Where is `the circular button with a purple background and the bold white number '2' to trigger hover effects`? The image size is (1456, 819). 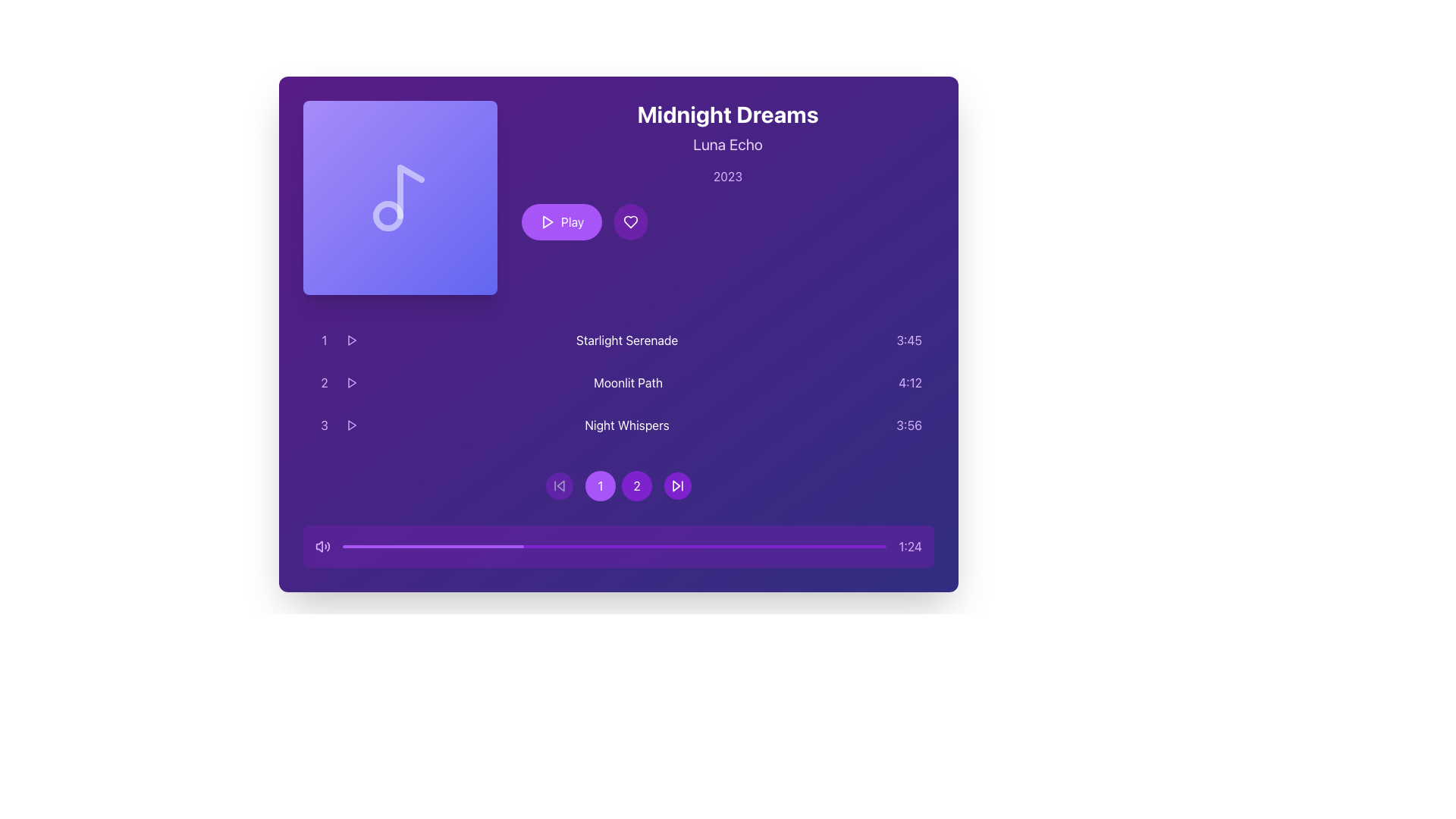
the circular button with a purple background and the bold white number '2' to trigger hover effects is located at coordinates (637, 485).